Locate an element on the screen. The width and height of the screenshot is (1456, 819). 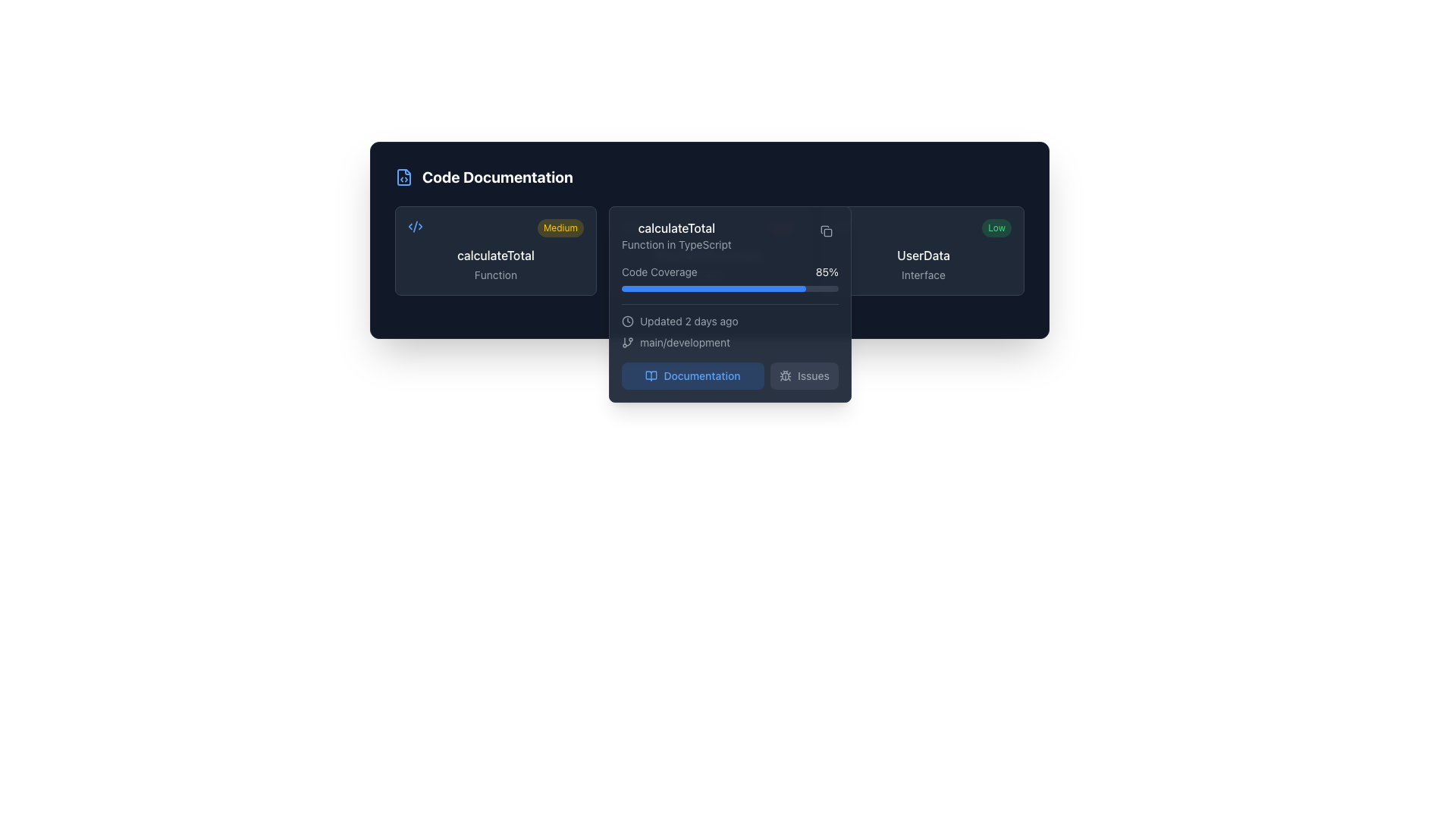
the 'UserData' information card located in the rightmost column of the grid is located at coordinates (923, 250).